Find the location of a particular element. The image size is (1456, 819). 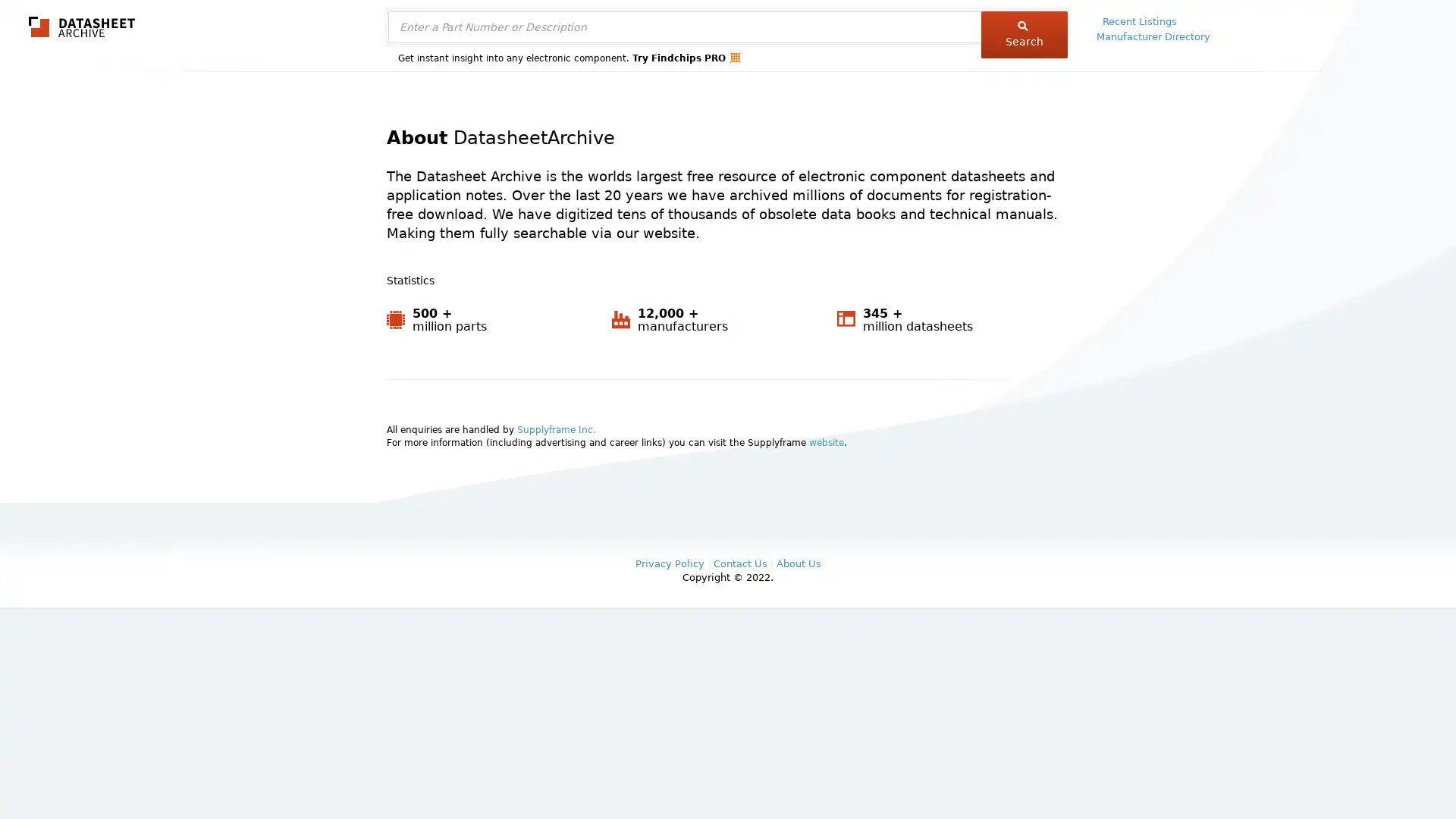

Search is located at coordinates (1023, 34).